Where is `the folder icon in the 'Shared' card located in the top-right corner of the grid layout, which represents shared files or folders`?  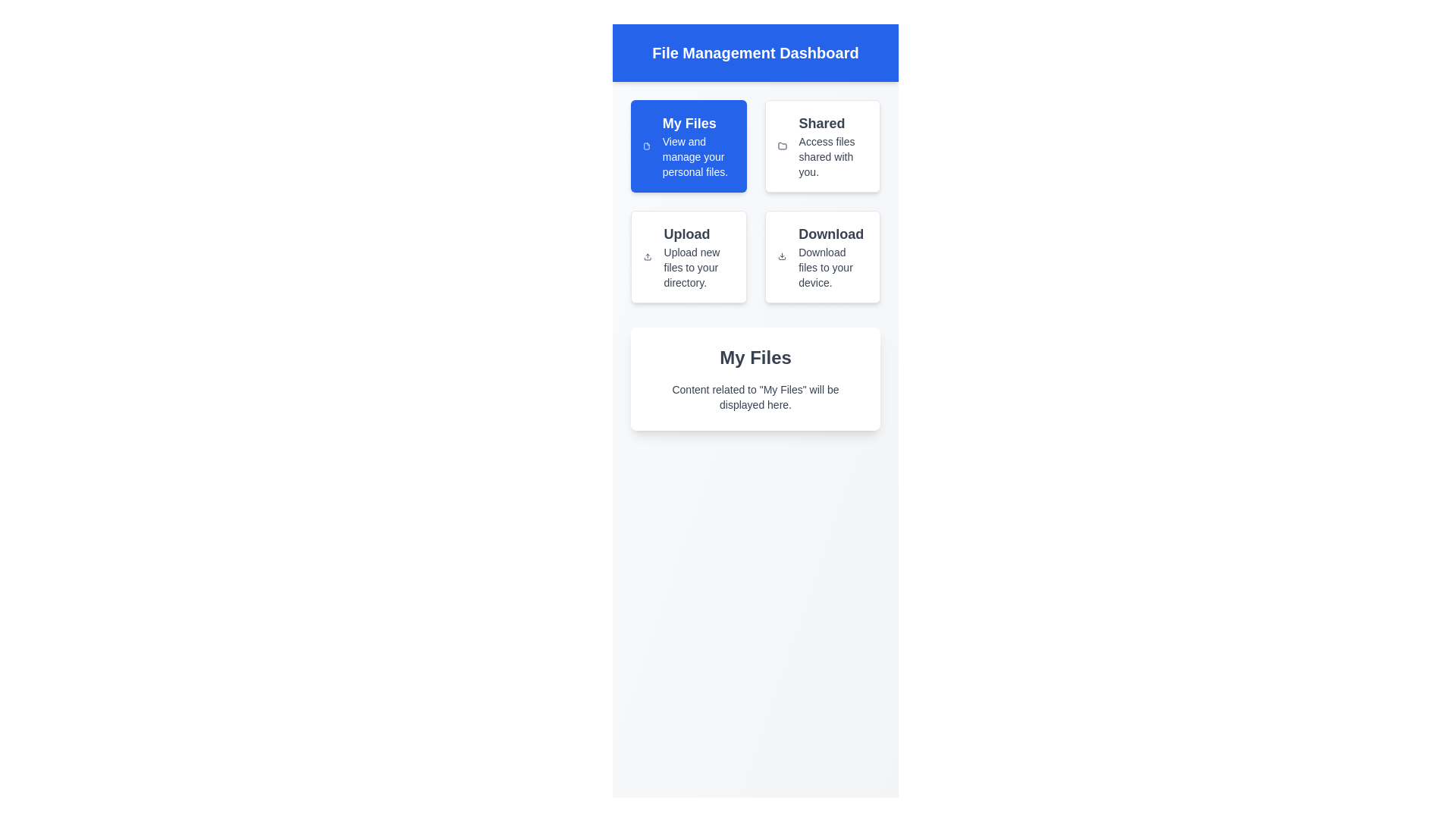
the folder icon in the 'Shared' card located in the top-right corner of the grid layout, which represents shared files or folders is located at coordinates (782, 146).